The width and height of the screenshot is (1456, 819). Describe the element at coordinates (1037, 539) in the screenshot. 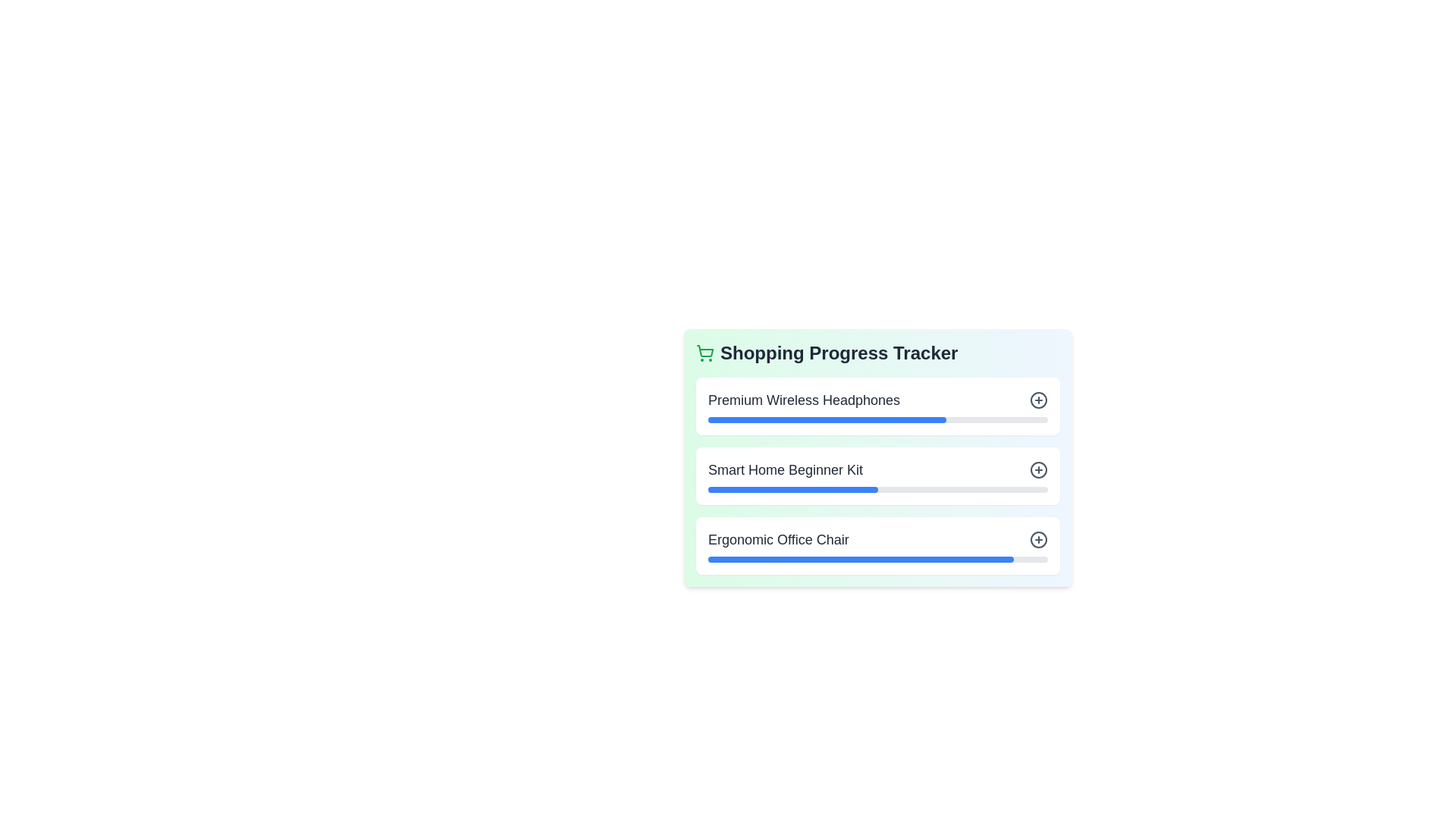

I see `the circular SVG icon that represents an addition action, located to the far right of the 'Ergonomic Office Chair' progress bar row` at that location.